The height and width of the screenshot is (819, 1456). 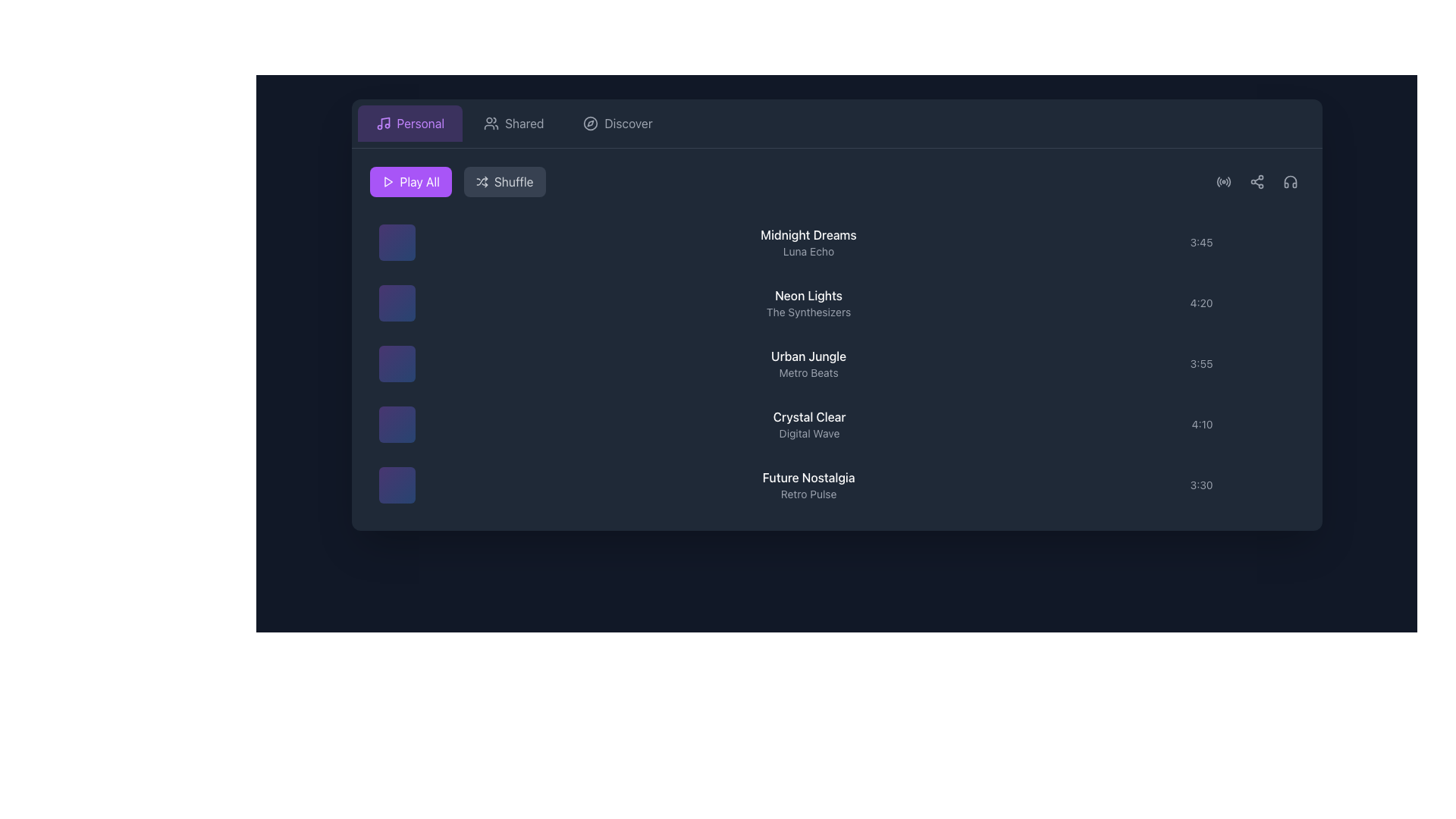 I want to click on the small circular gray button with a plus sign glyph that changes to purple when hovered, located to the right of the timestamp '3:45', so click(x=1260, y=242).